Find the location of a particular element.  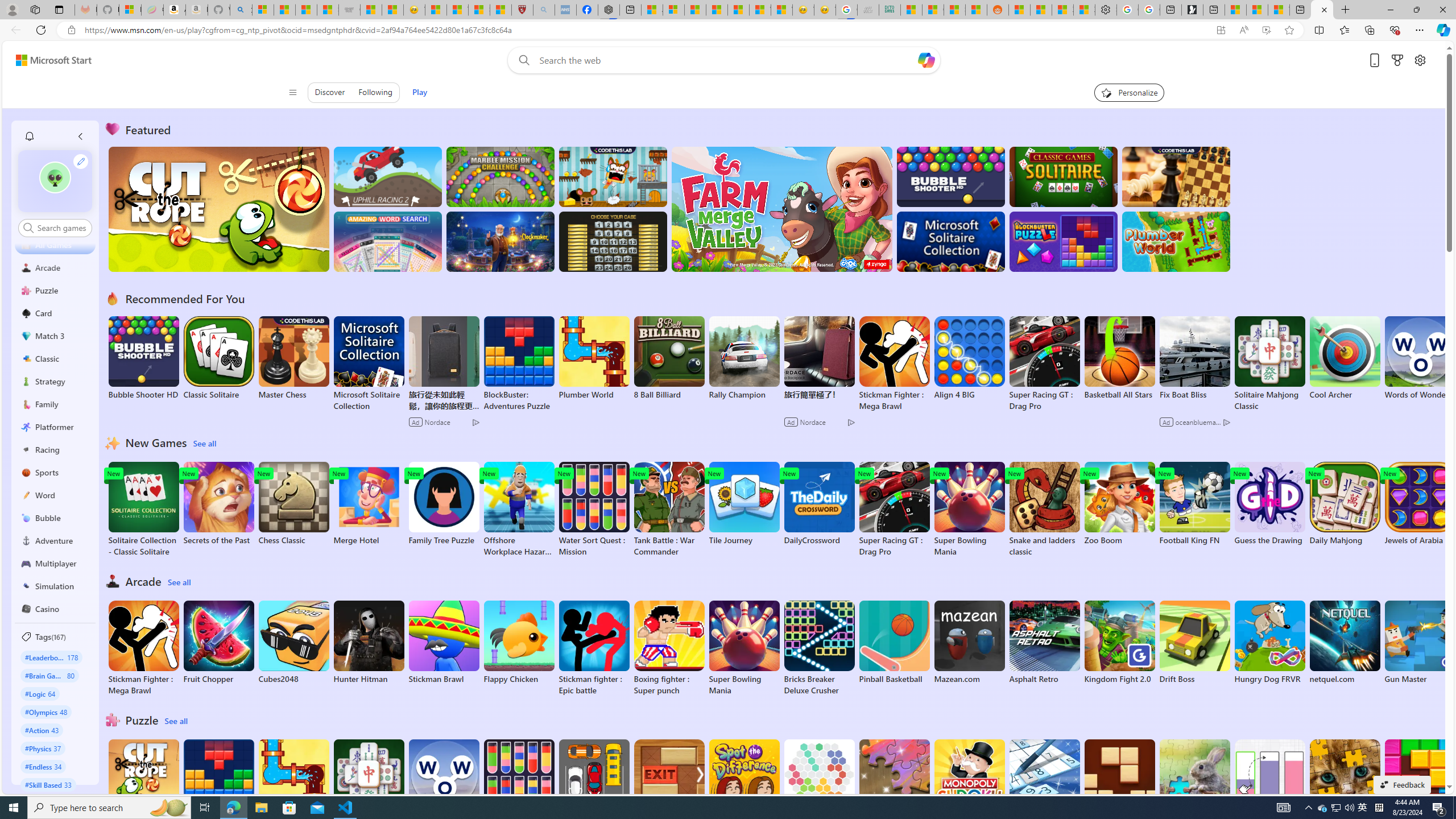

'Class: search-icon' is located at coordinates (27, 227).